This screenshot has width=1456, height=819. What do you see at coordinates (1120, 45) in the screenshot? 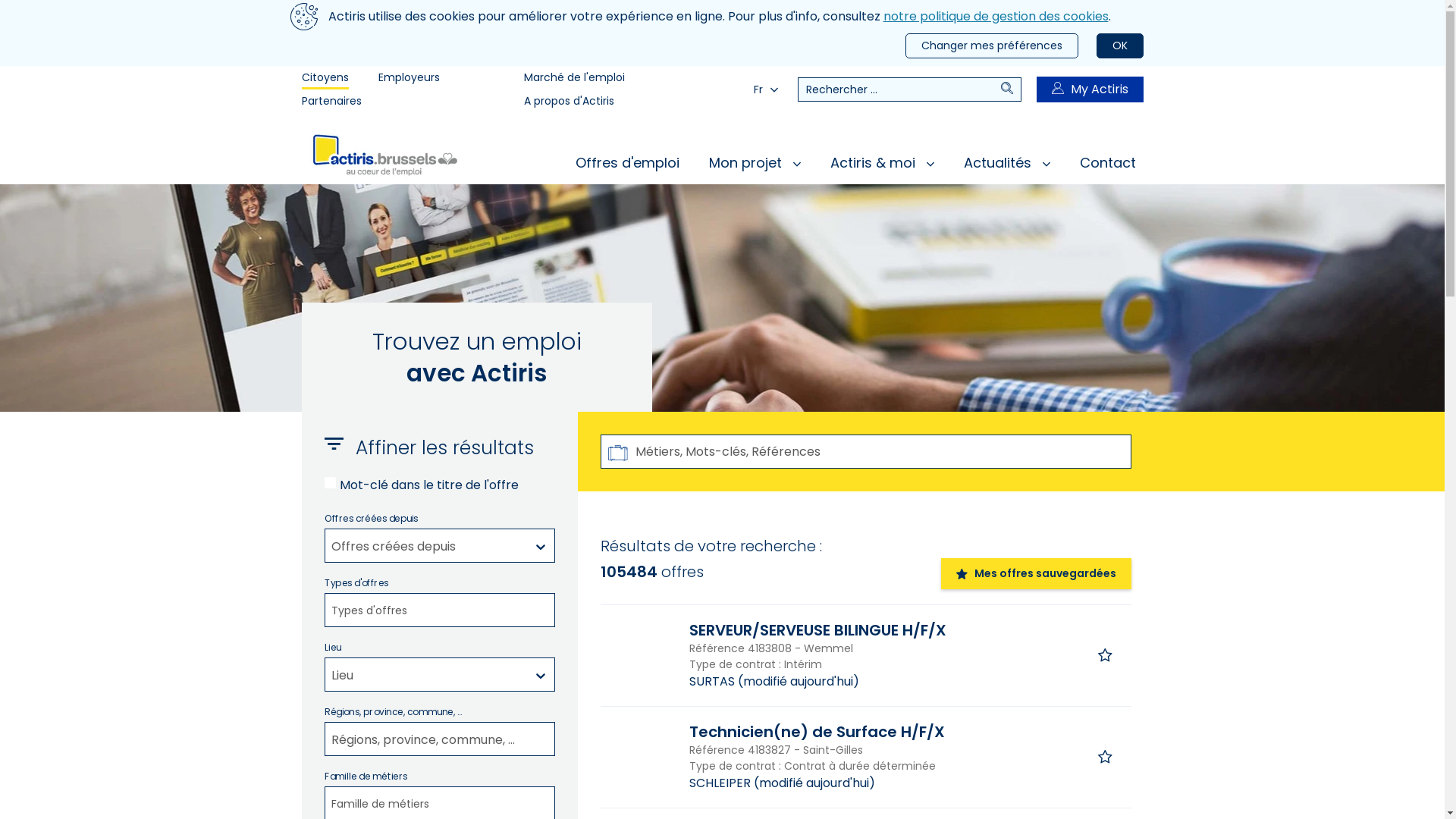
I see `'OK'` at bounding box center [1120, 45].